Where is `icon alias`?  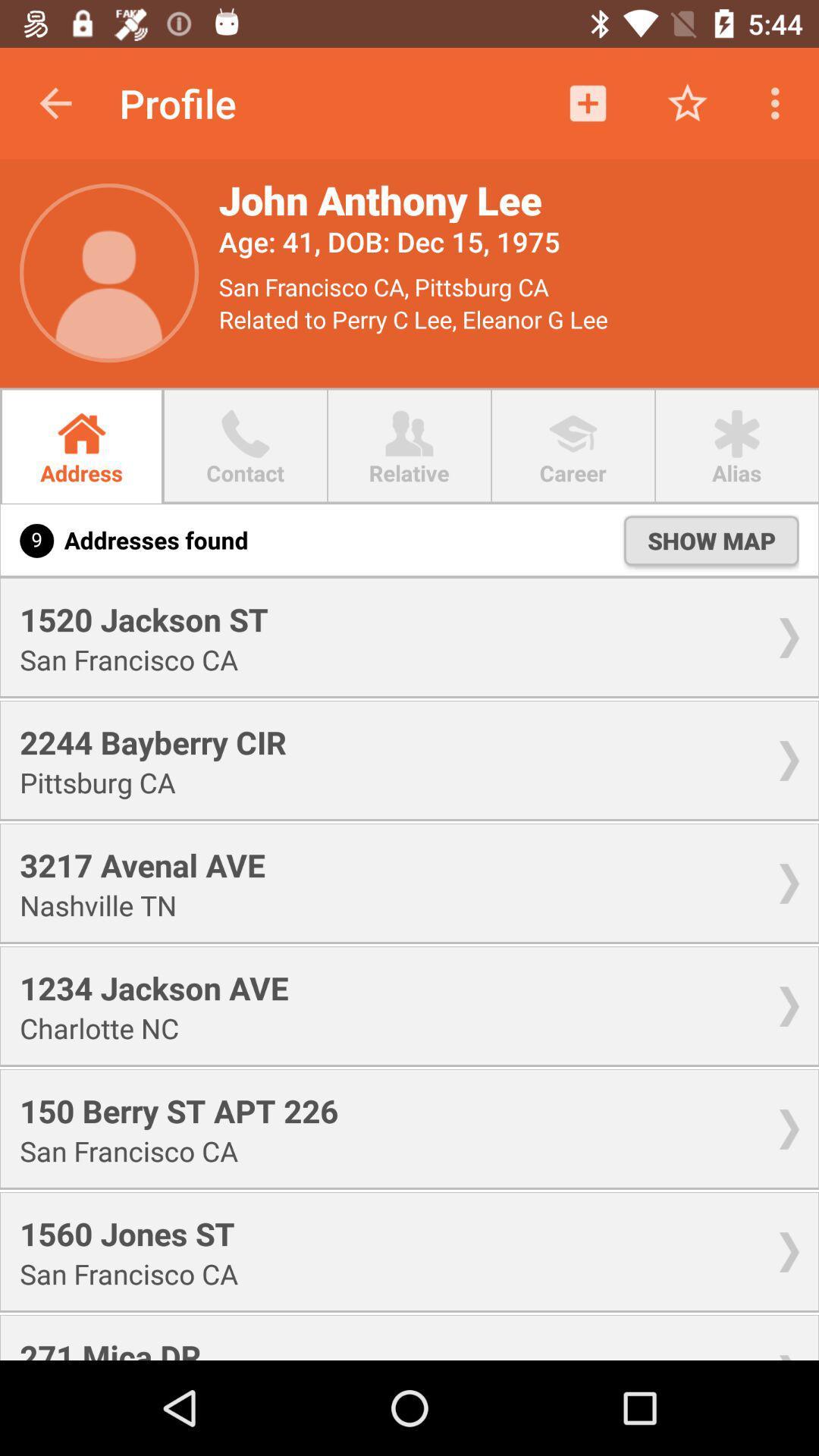 icon alias is located at coordinates (736, 433).